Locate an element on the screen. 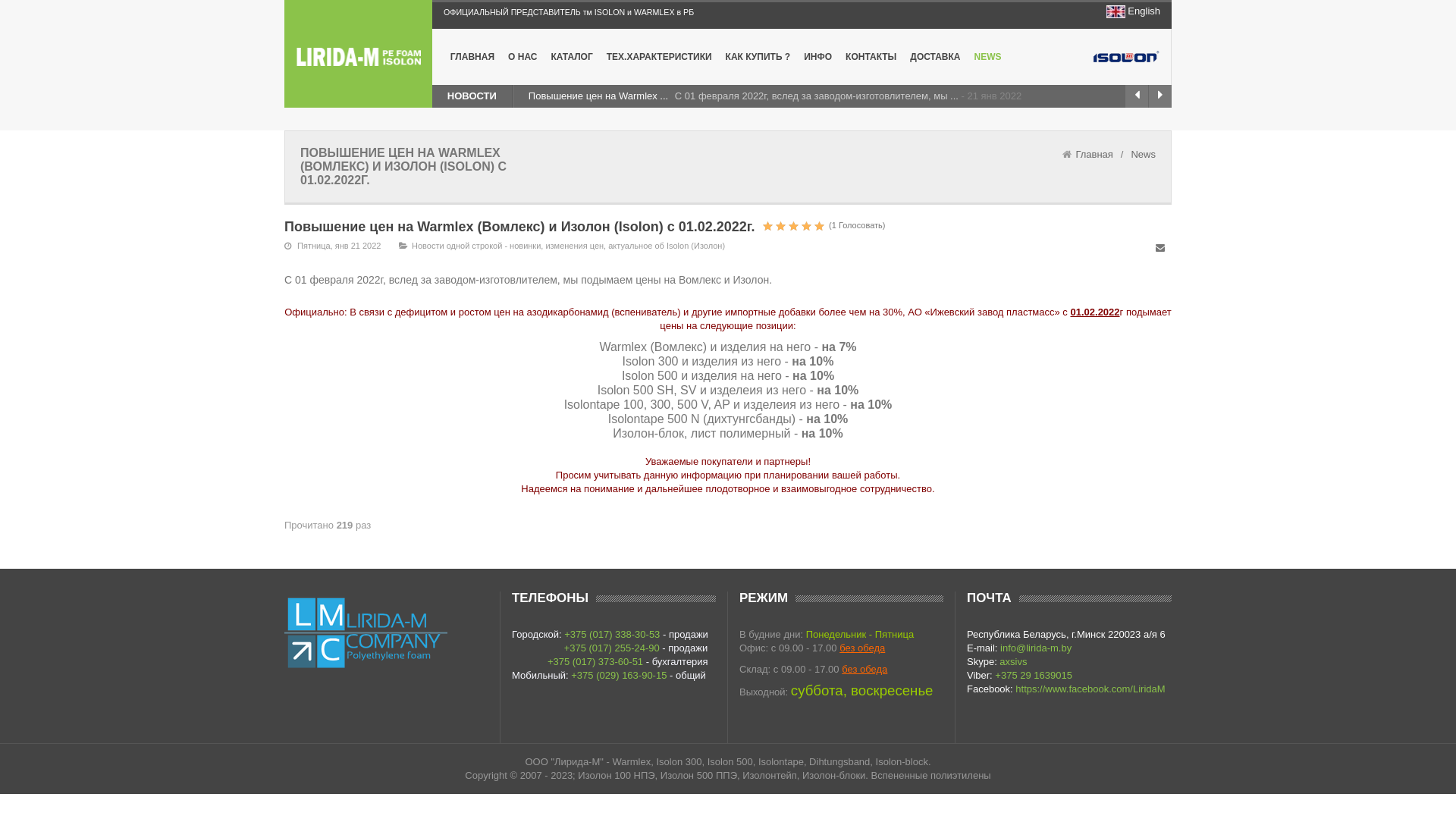 This screenshot has width=1456, height=819. '+375 (029) 163-90-15' is located at coordinates (619, 674).